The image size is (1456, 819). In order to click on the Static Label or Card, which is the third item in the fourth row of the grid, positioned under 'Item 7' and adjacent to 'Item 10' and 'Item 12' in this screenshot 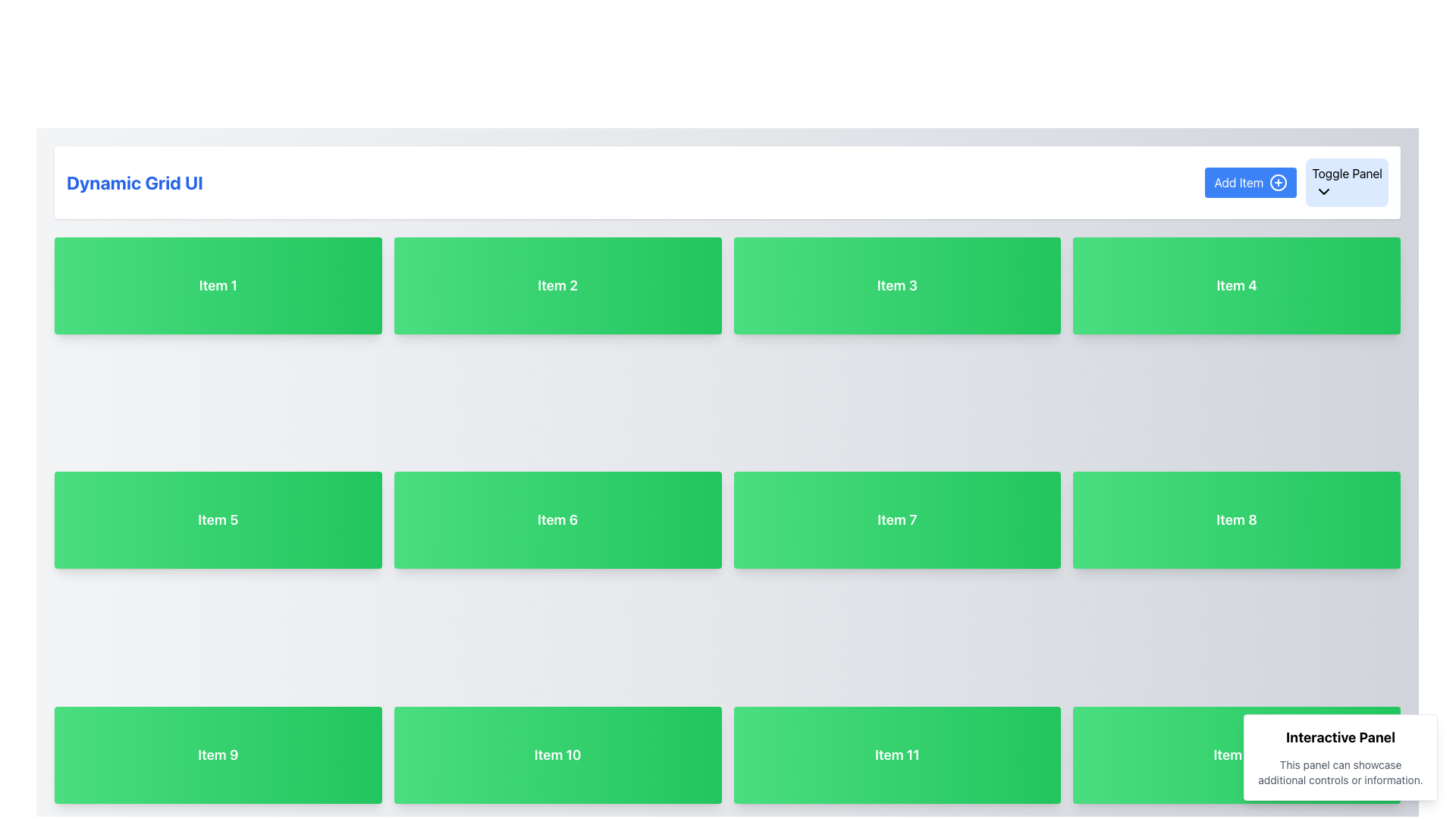, I will do `click(897, 755)`.